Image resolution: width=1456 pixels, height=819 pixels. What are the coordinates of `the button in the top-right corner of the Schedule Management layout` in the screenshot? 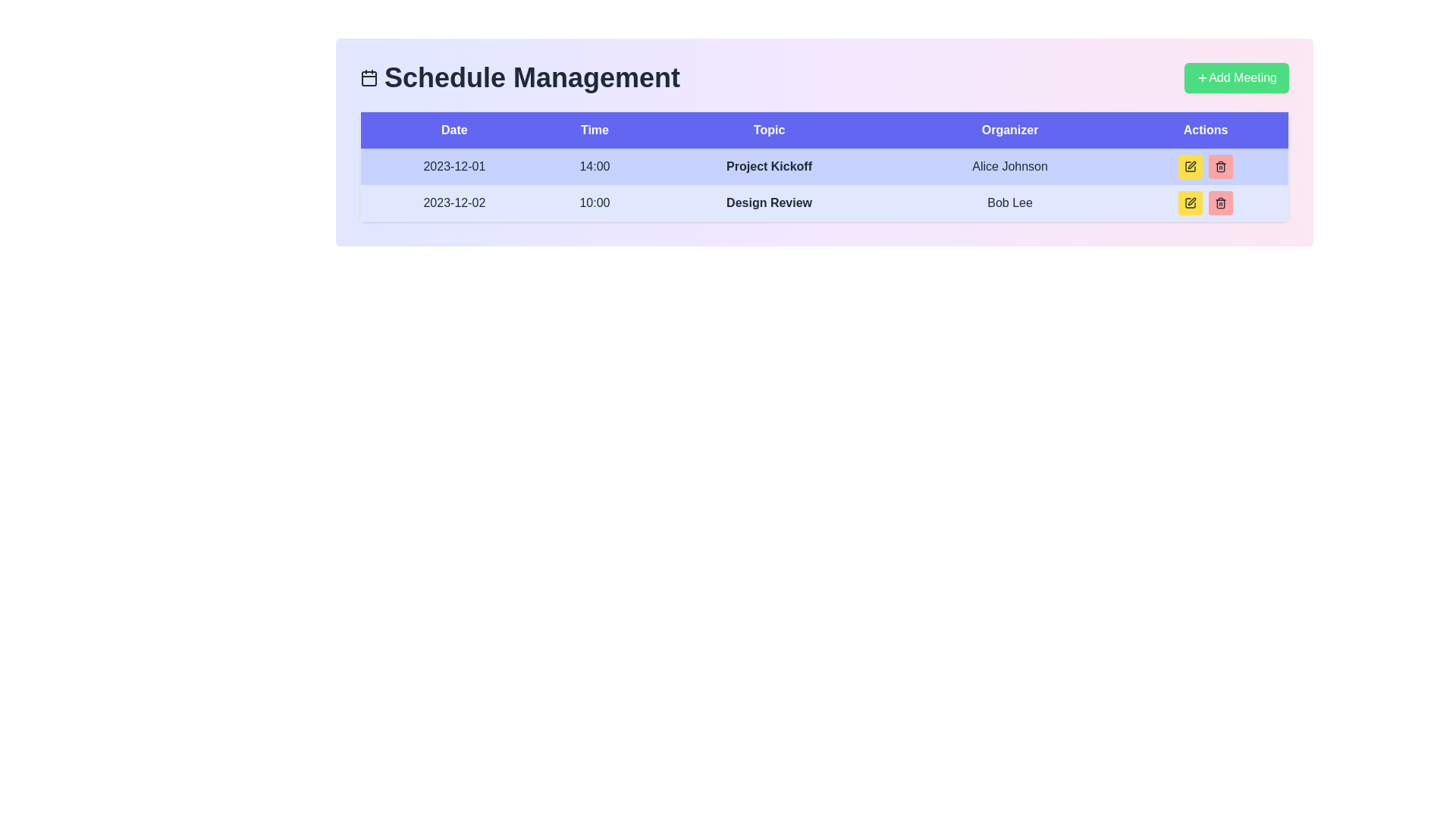 It's located at (1237, 78).